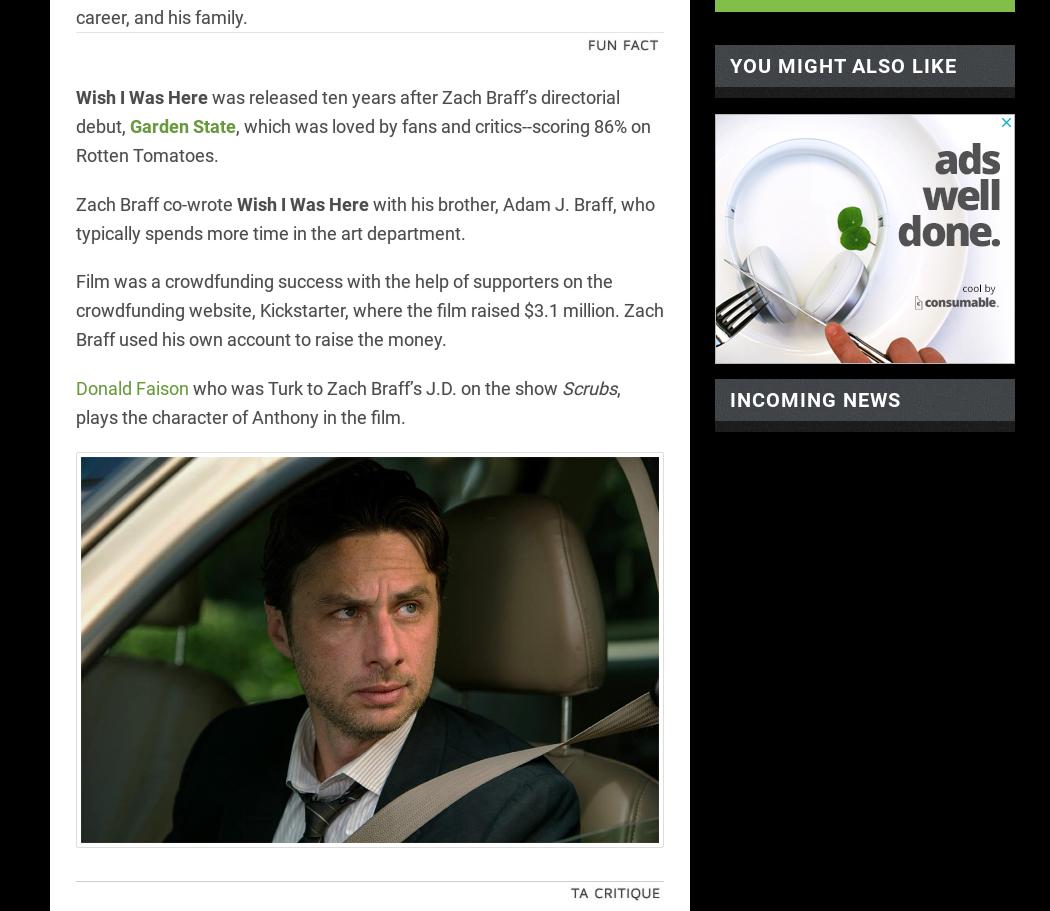 The image size is (1050, 911). Describe the element at coordinates (346, 110) in the screenshot. I see `'was released ten years after Zach Braff’s directorial debut,'` at that location.